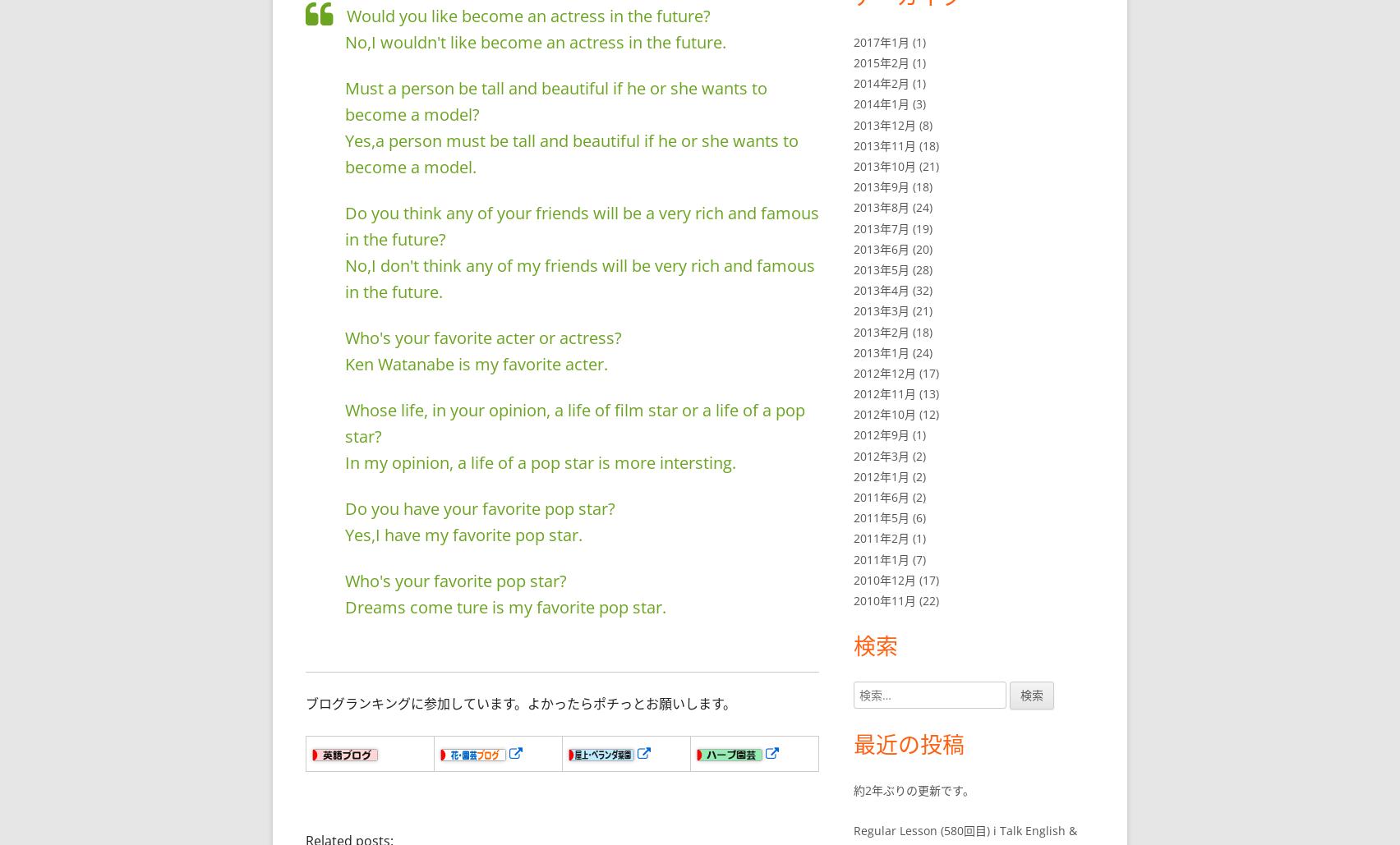  I want to click on 'In my opinion, a life of a pop star is more intersting.', so click(540, 461).